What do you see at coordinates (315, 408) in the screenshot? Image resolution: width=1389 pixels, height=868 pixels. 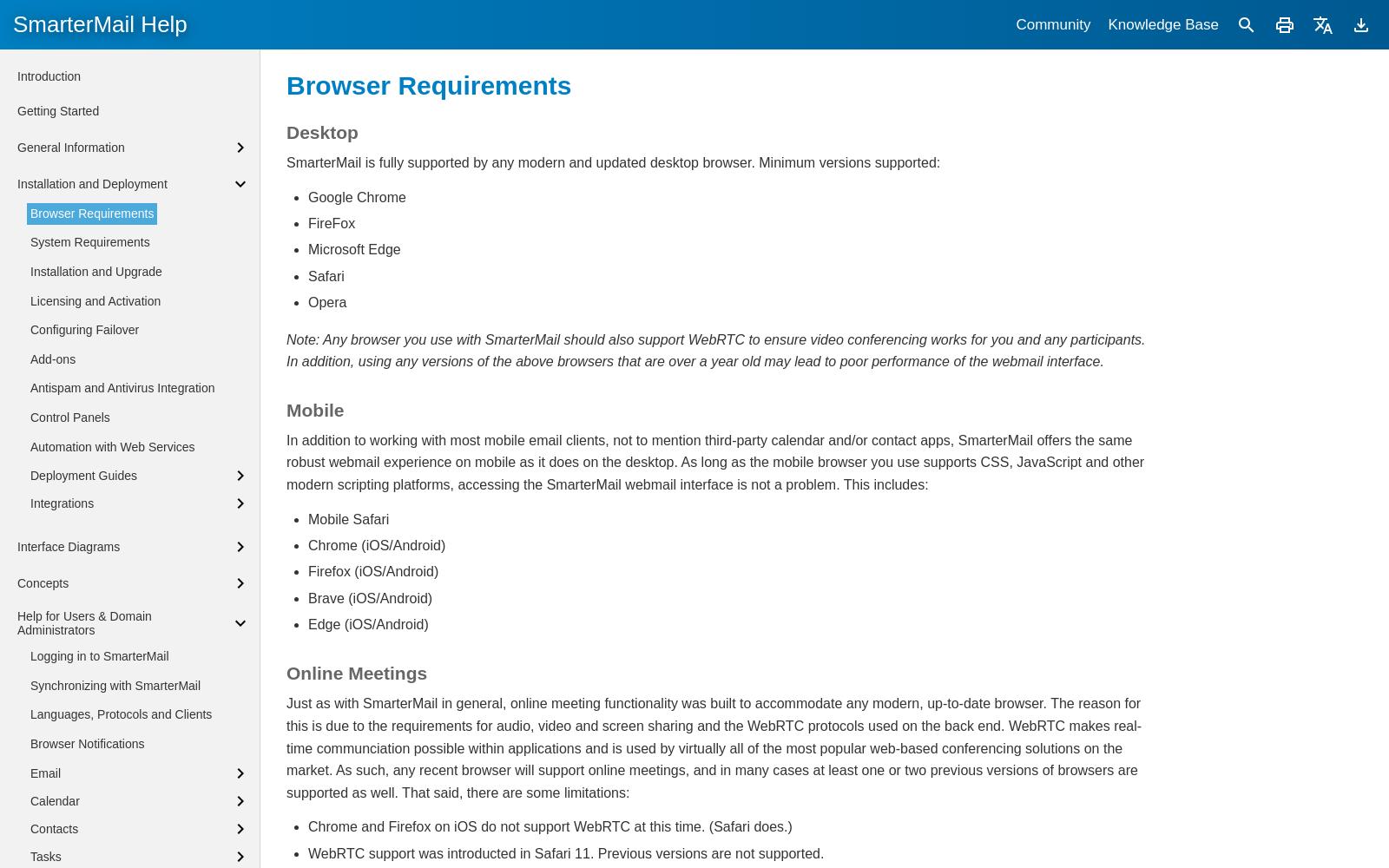 I see `'Mobile'` at bounding box center [315, 408].